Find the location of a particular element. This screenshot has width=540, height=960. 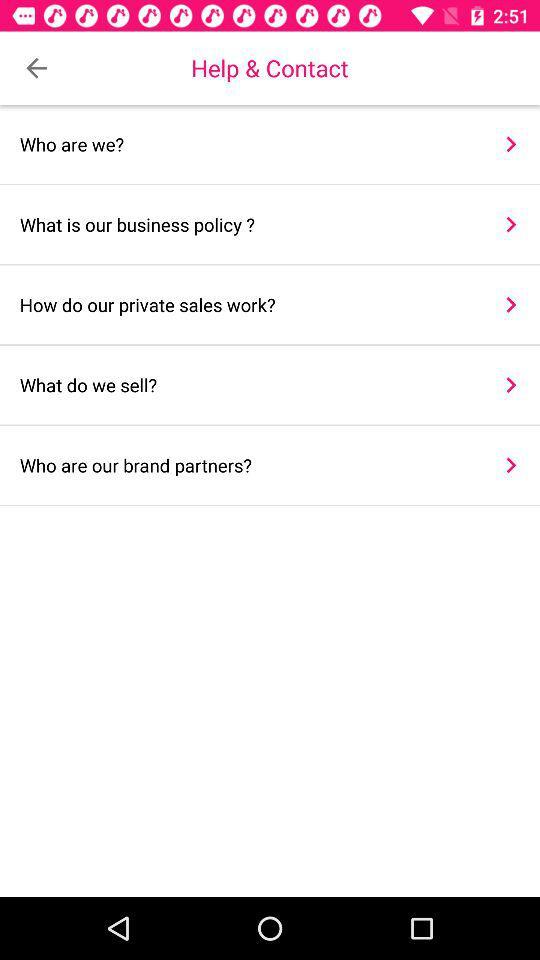

the item next to the what do we is located at coordinates (511, 384).